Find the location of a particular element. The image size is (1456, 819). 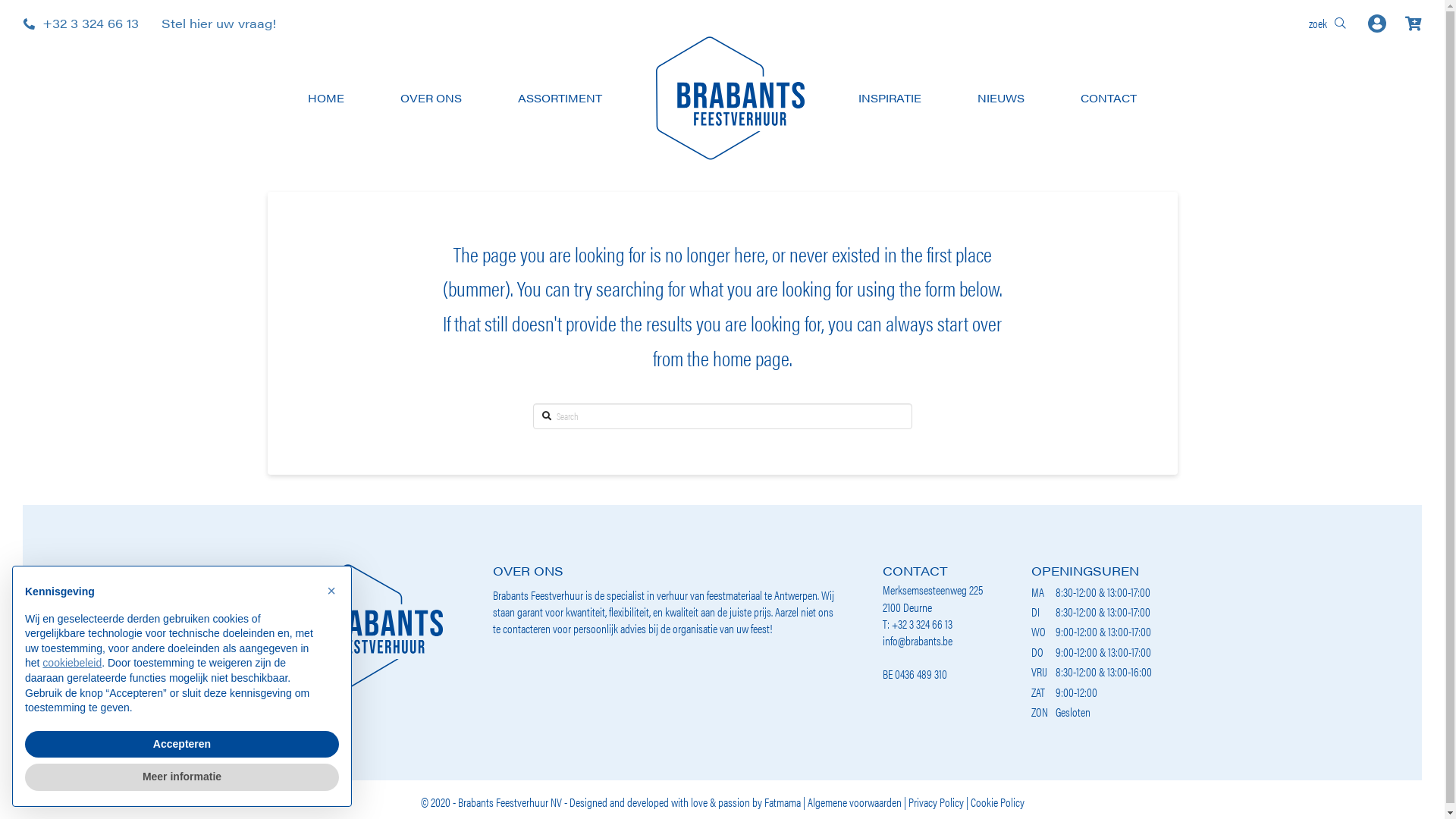

'HOME' is located at coordinates (325, 97).